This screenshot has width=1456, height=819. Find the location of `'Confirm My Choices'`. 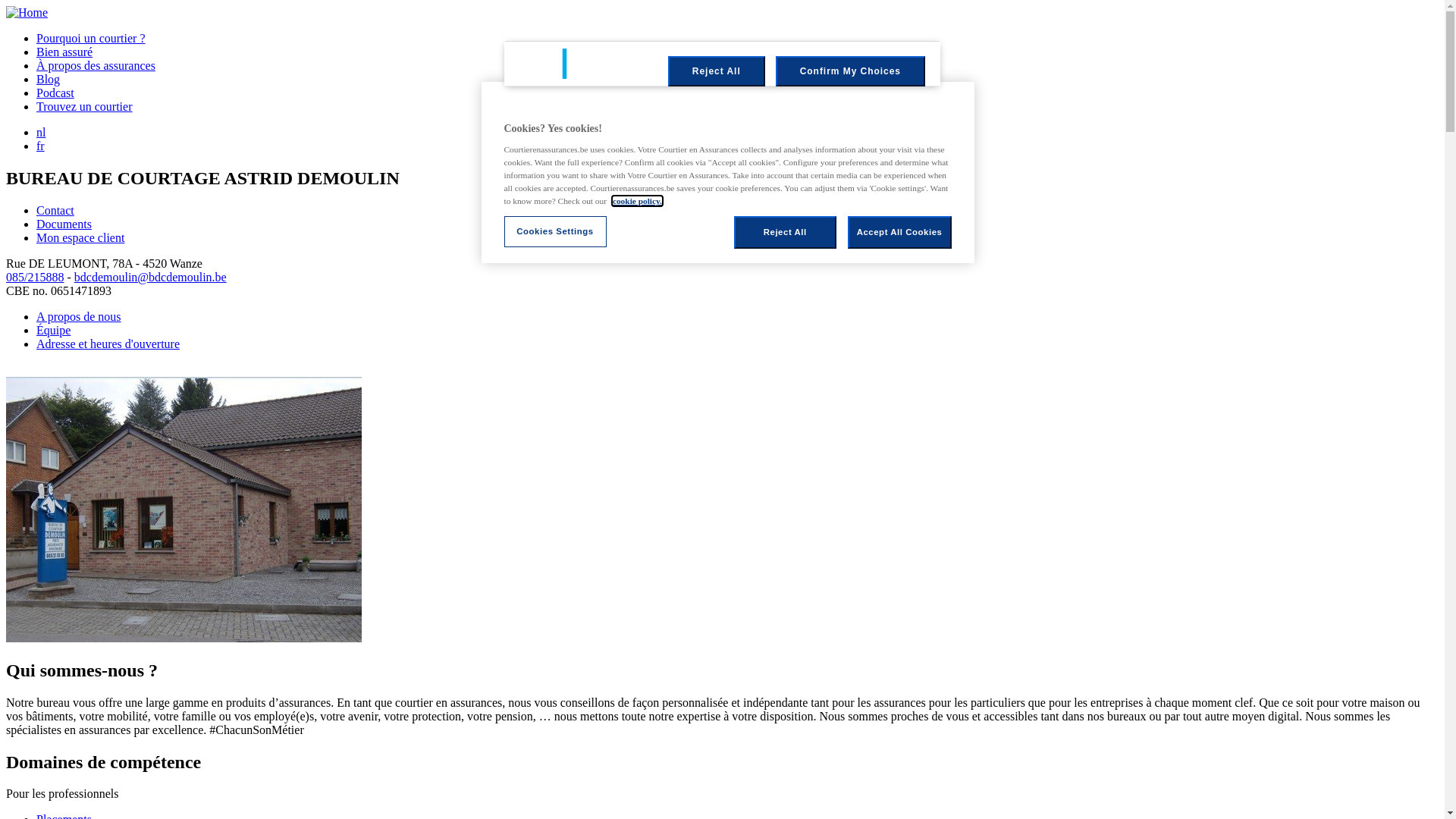

'Confirm My Choices' is located at coordinates (850, 71).